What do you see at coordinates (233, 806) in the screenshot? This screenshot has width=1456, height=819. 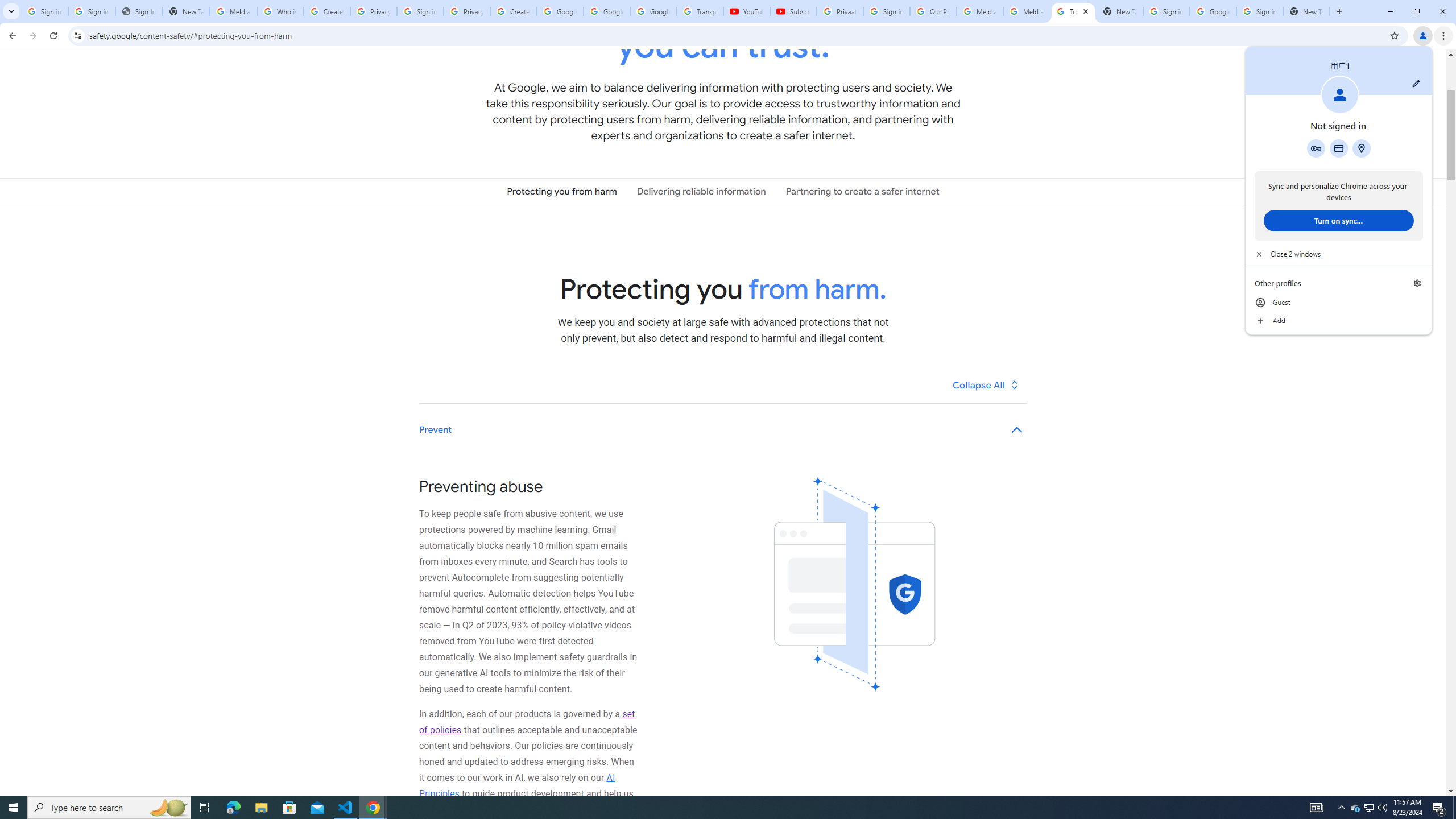 I see `'Microsoft Edge'` at bounding box center [233, 806].